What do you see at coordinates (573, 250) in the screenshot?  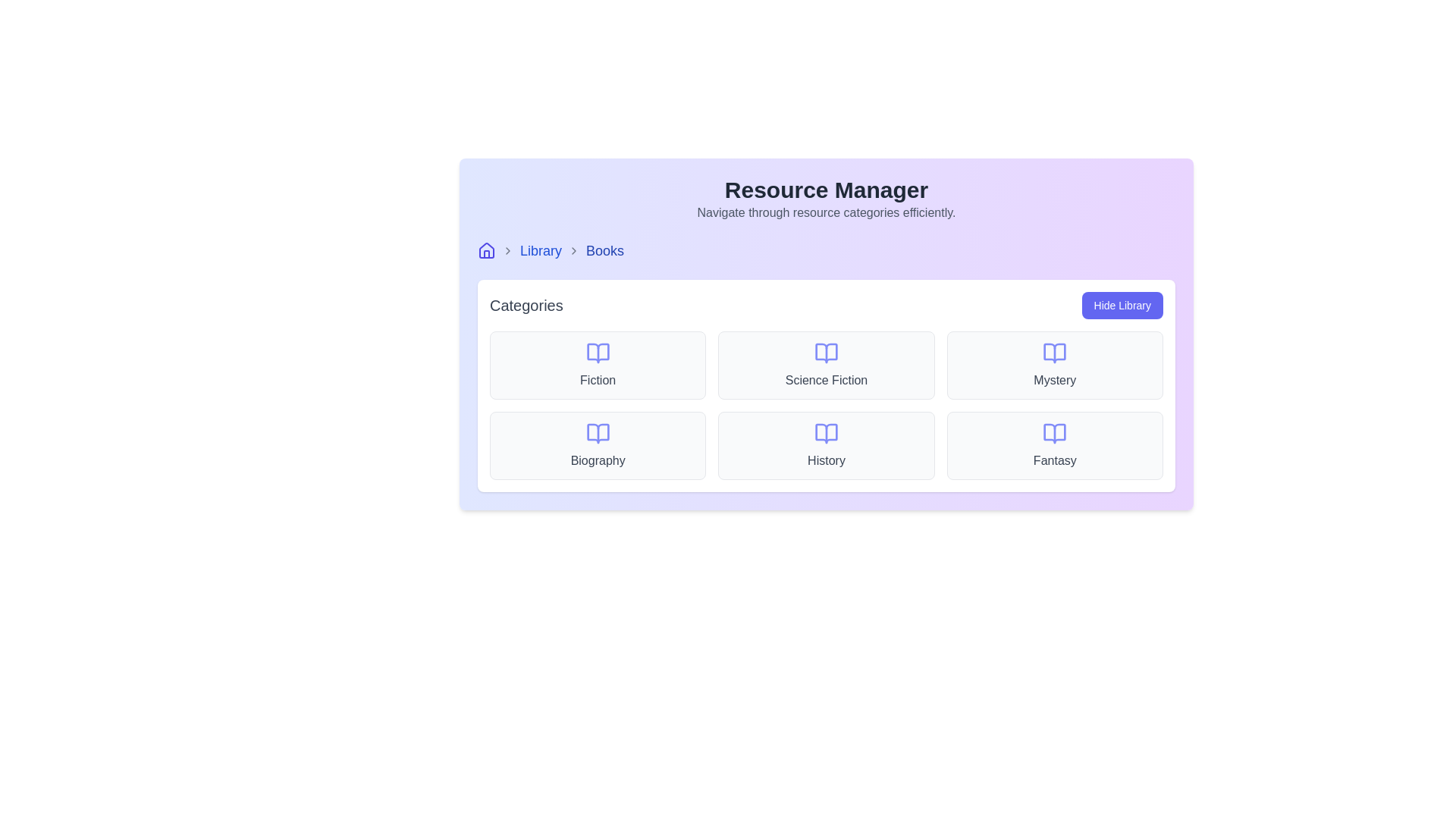 I see `the second chevron icon in the breadcrumb navigation bar, which is gray and points right, located between 'Library' and 'Books'` at bounding box center [573, 250].